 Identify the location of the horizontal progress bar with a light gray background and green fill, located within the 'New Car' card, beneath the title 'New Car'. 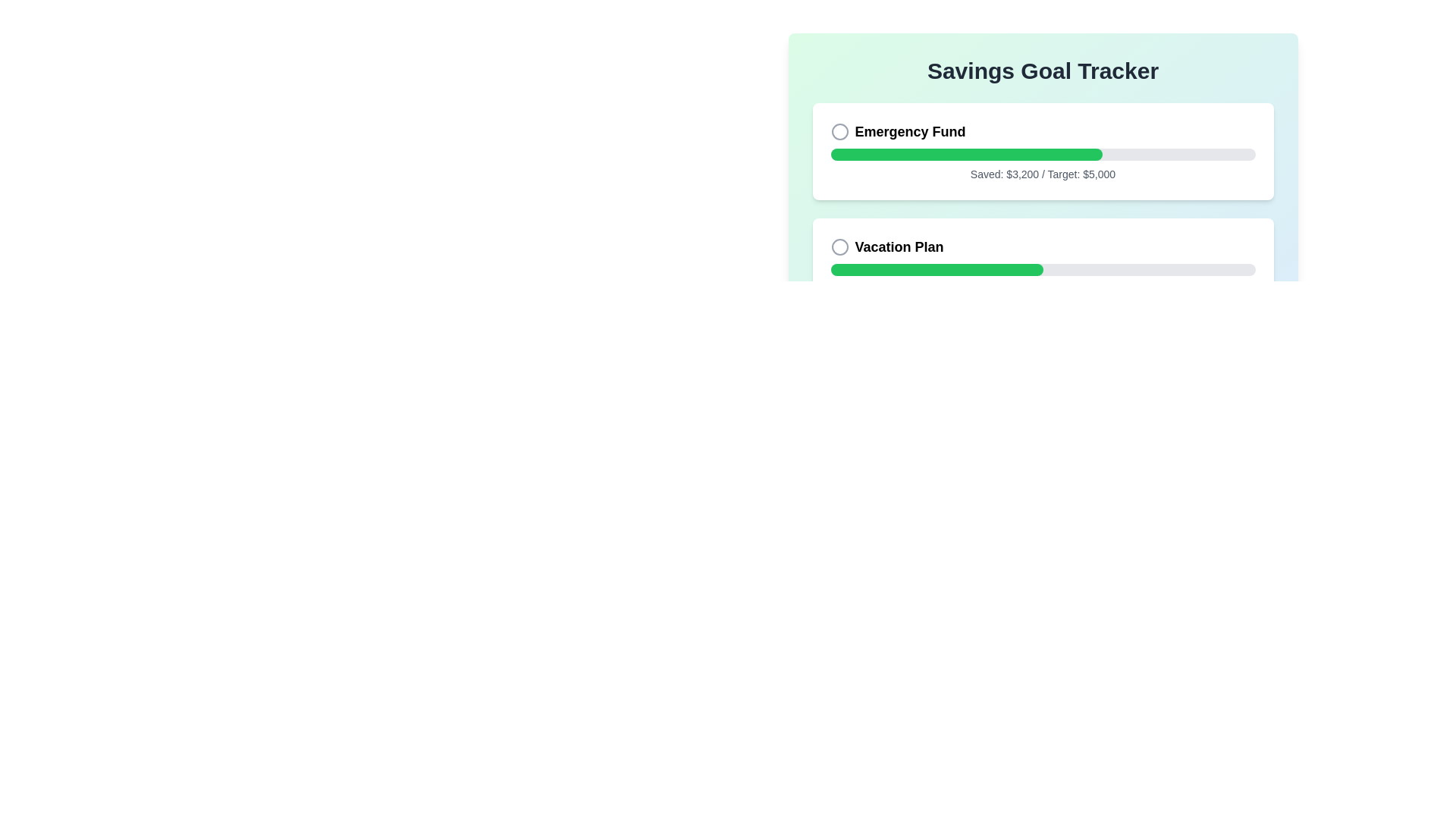
(1042, 384).